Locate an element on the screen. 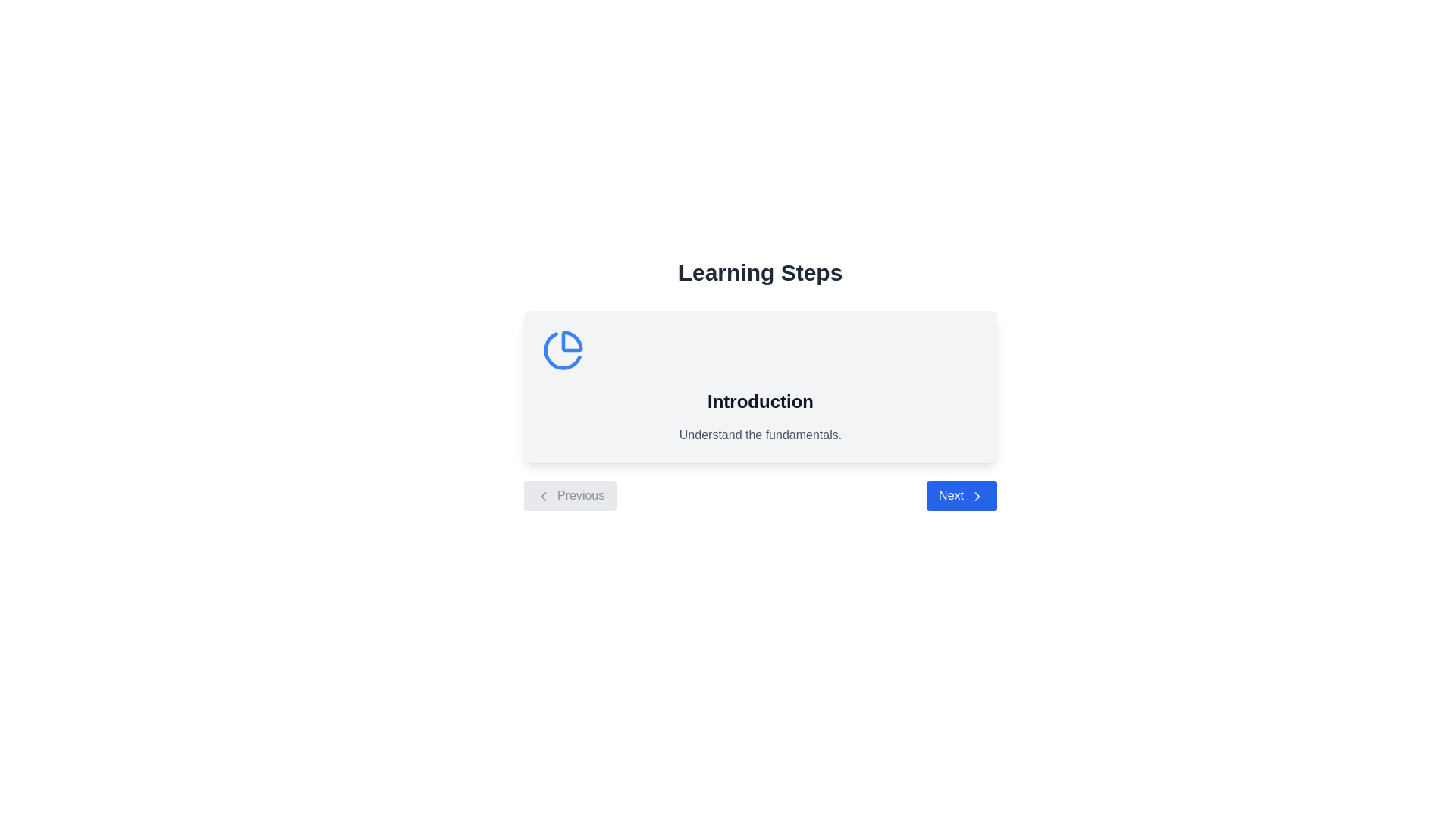 The image size is (1456, 819). the right-pointing arrow icon inside the blue 'Next' button, which indicates navigation to the next step in the process is located at coordinates (977, 496).